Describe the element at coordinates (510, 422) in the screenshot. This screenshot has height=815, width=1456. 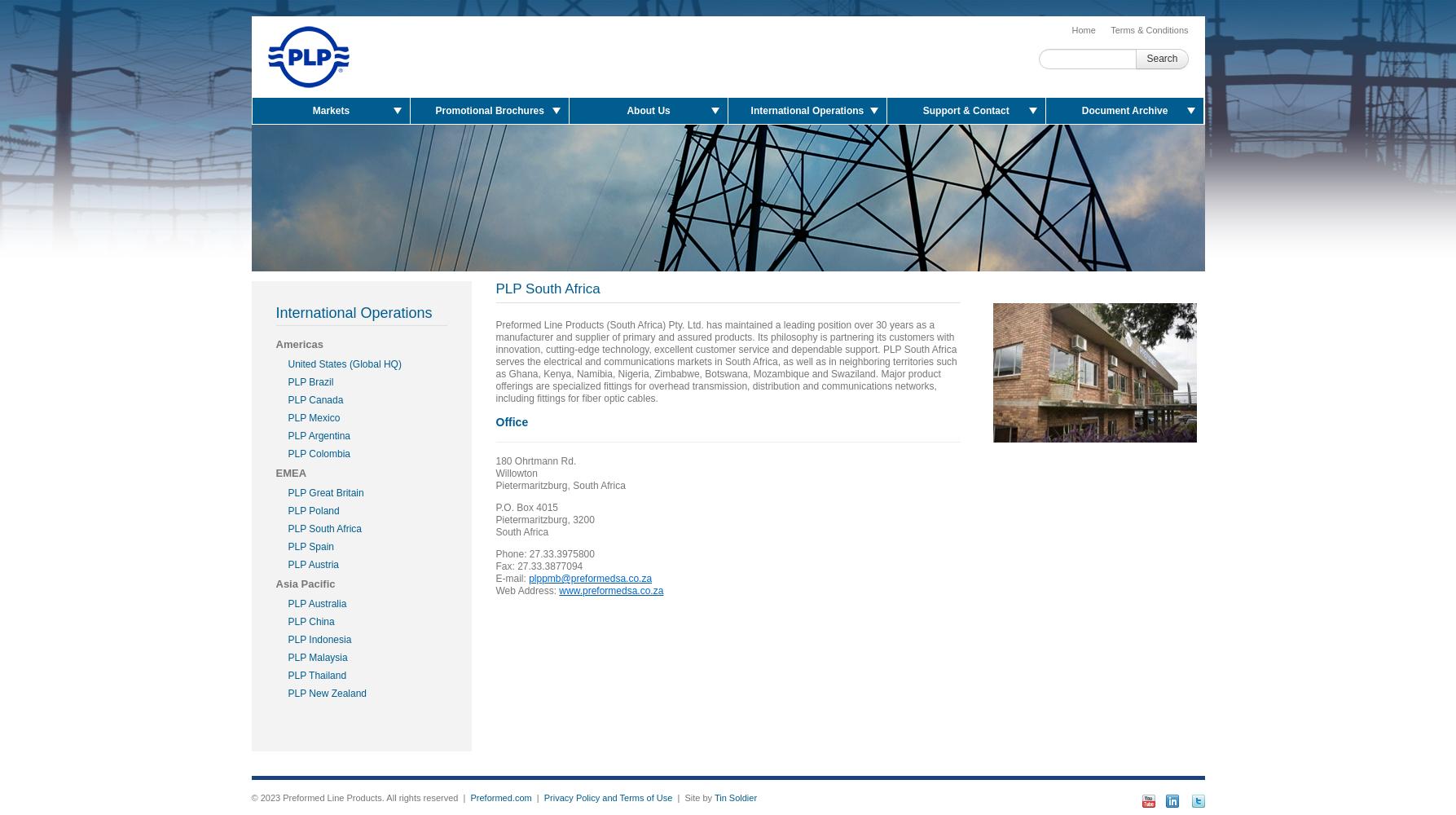
I see `'Office'` at that location.